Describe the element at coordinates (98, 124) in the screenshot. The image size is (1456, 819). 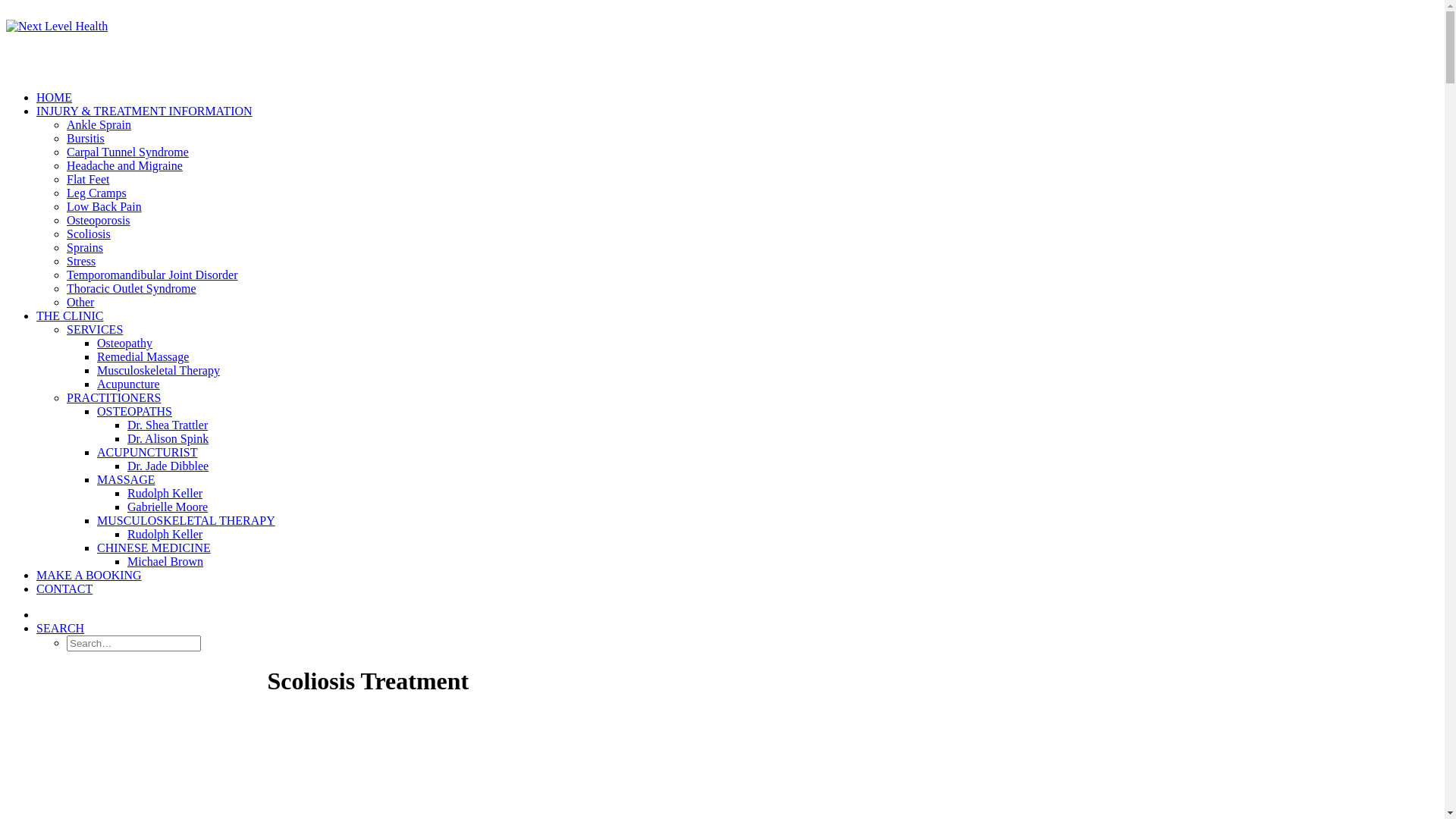
I see `'Ankle Sprain'` at that location.